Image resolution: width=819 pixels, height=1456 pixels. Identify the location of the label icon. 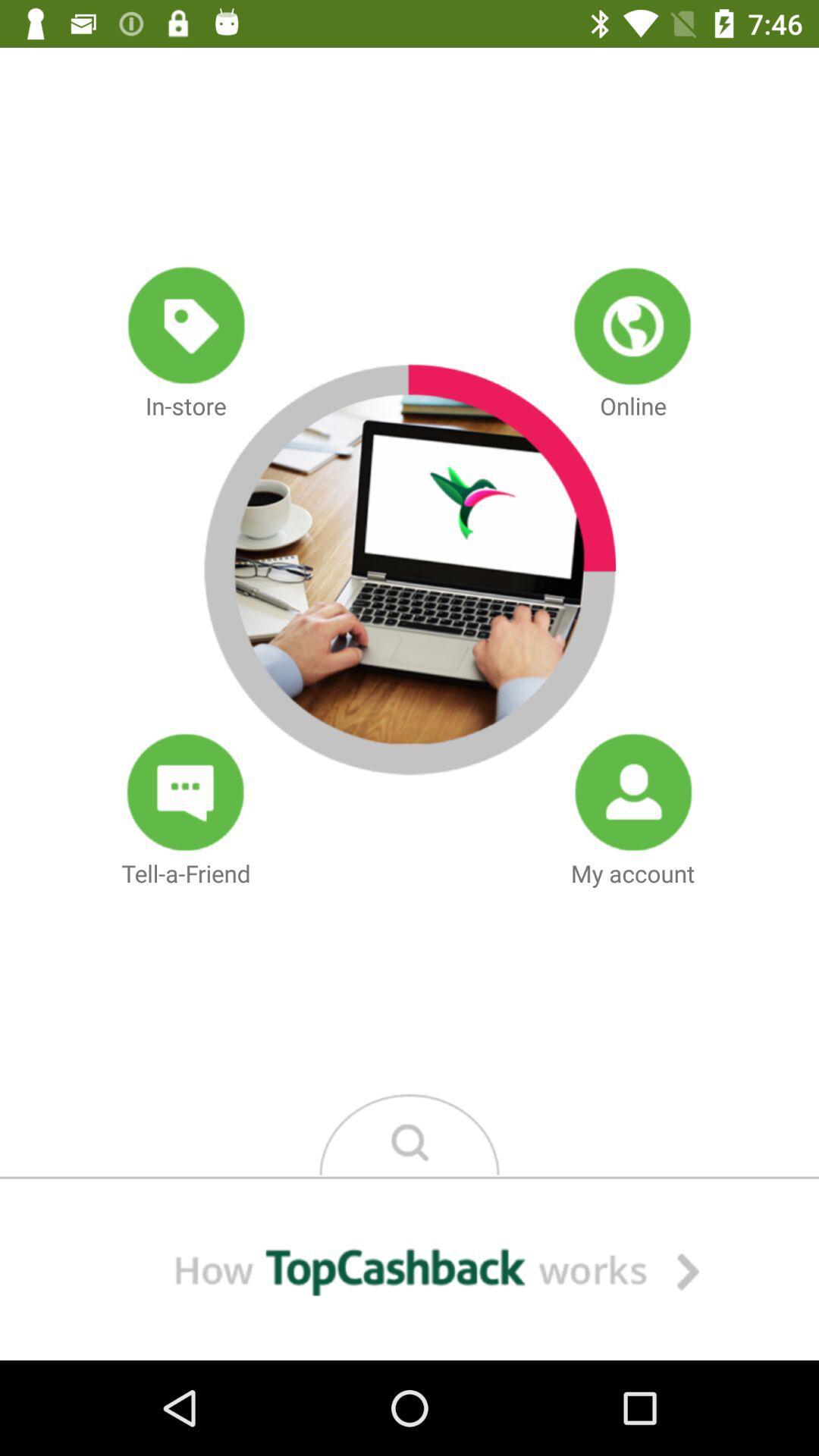
(185, 325).